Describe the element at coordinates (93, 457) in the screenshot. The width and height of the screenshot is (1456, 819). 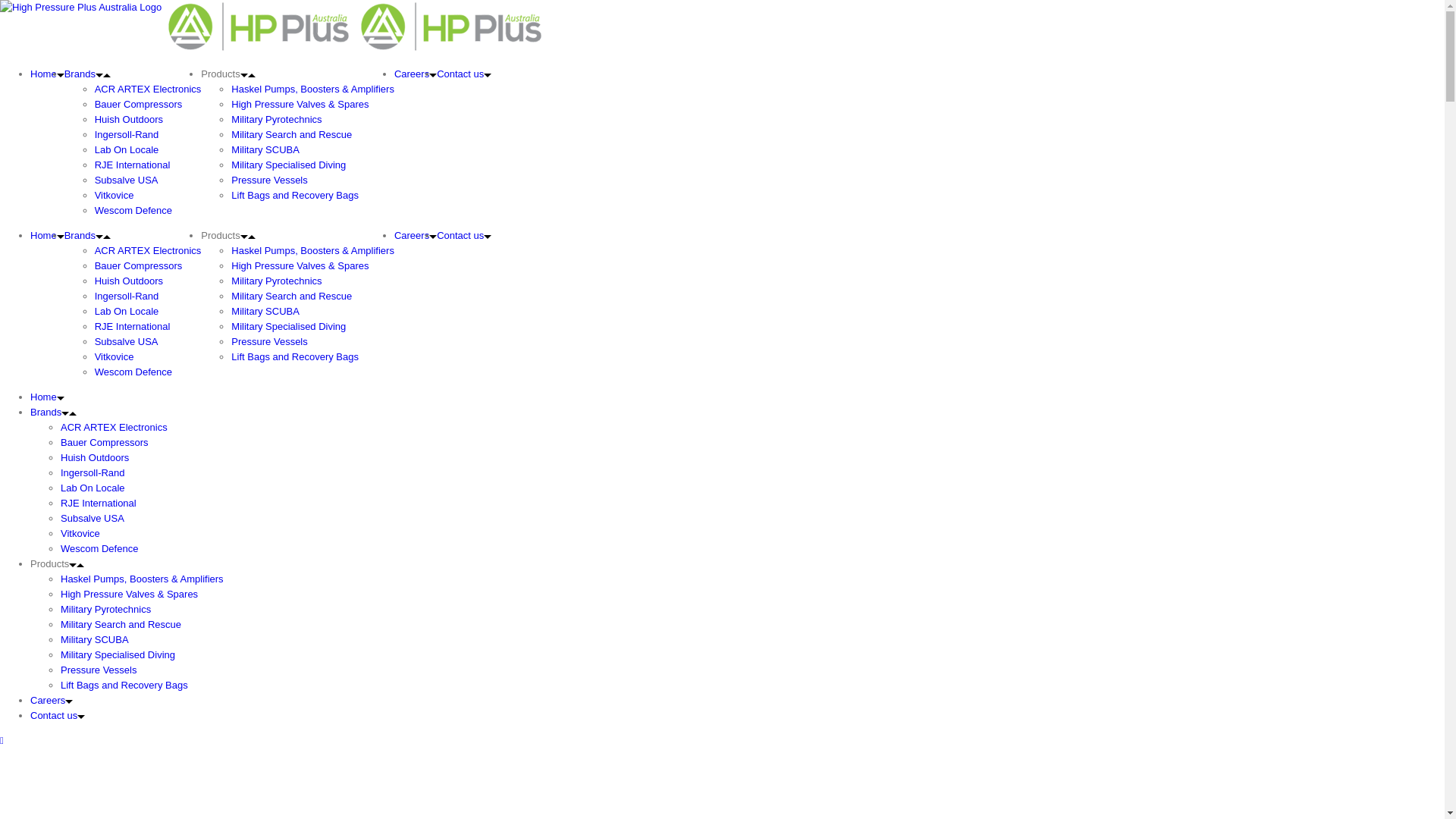
I see `'Huish Outdoors'` at that location.